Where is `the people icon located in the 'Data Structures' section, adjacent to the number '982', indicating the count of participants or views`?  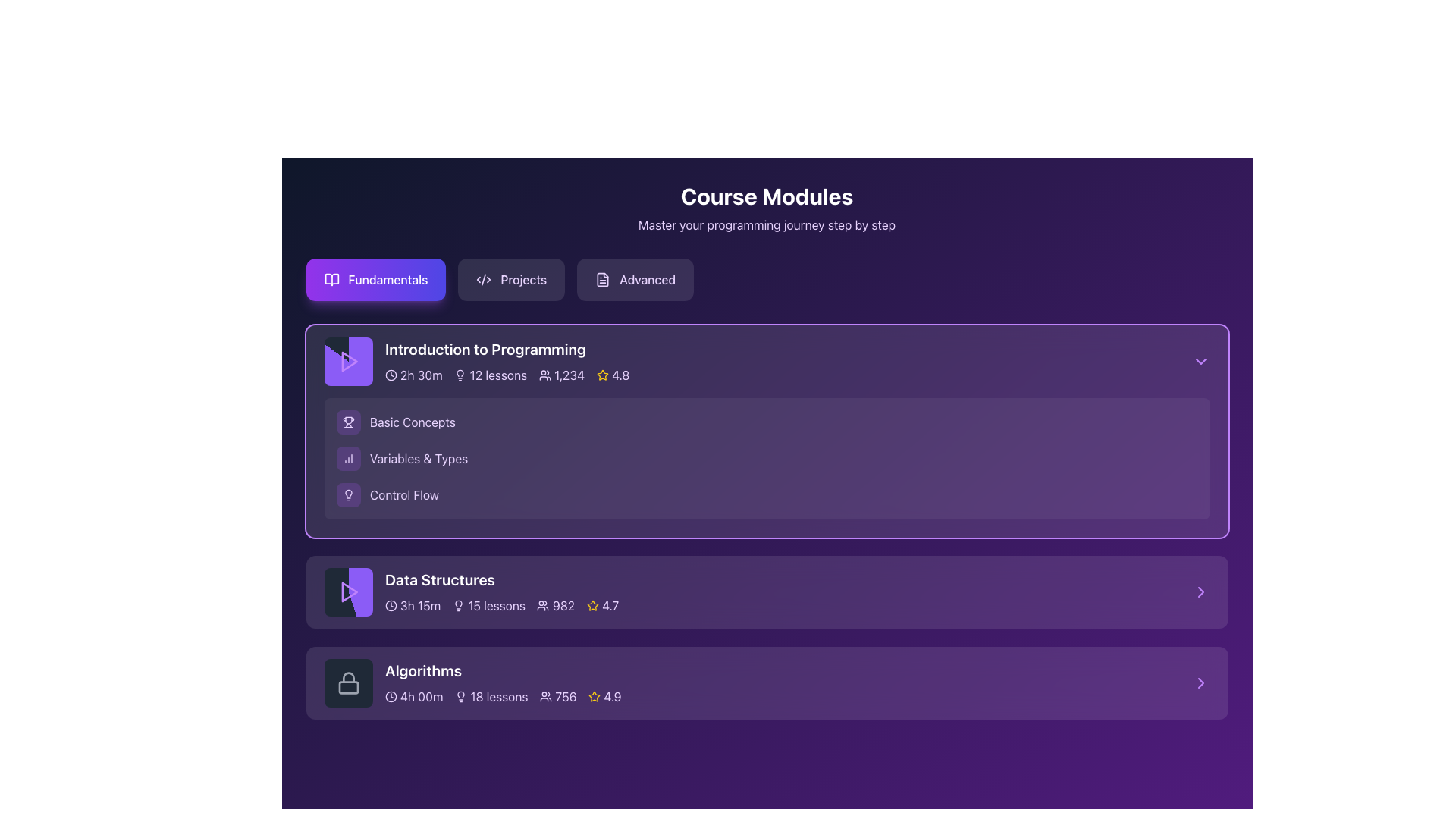 the people icon located in the 'Data Structures' section, adjacent to the number '982', indicating the count of participants or views is located at coordinates (543, 604).